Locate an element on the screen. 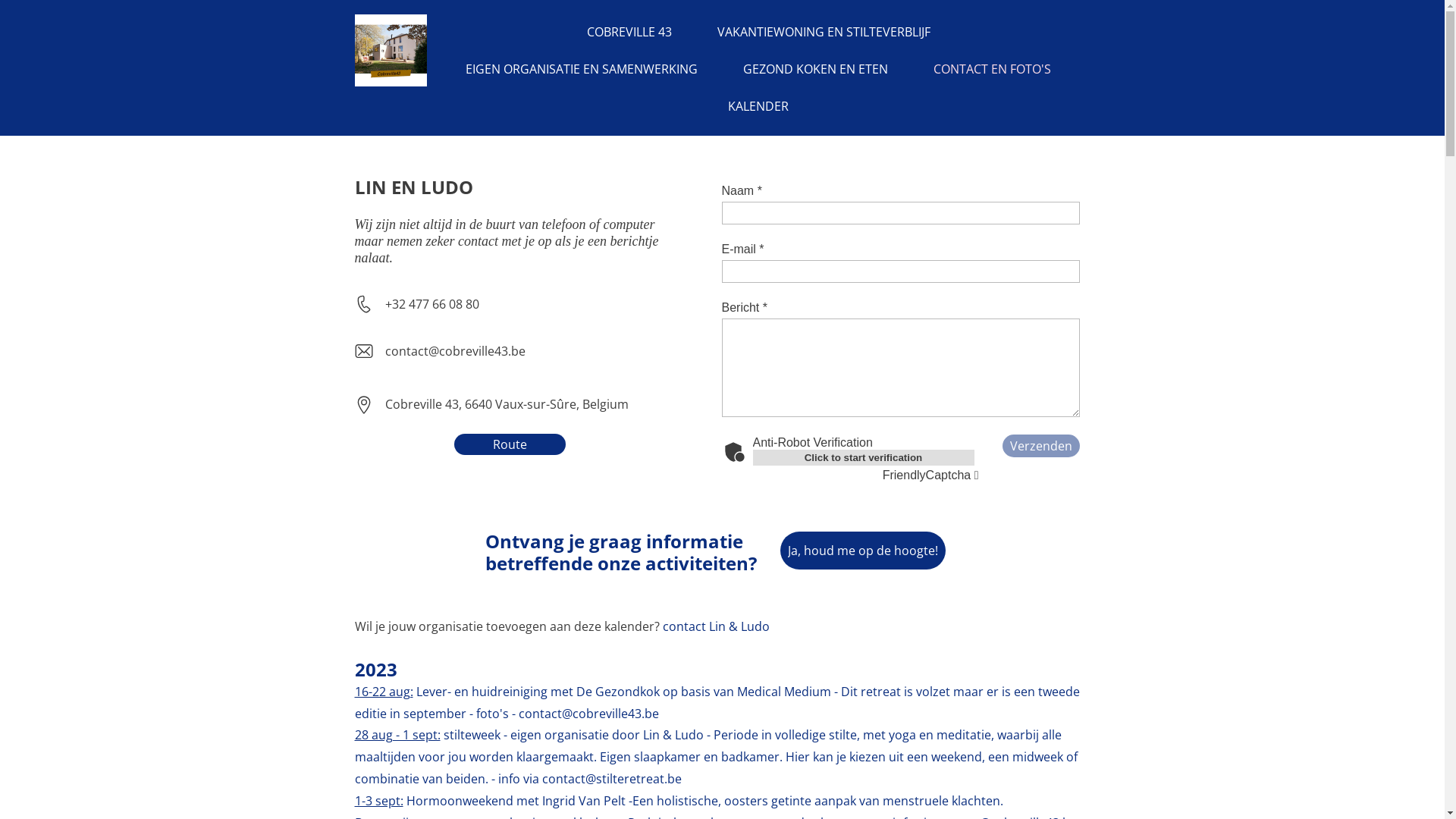 Image resolution: width=1456 pixels, height=819 pixels. 'VAKANTIEWONING EN STILTEVERBLIJF' is located at coordinates (823, 32).